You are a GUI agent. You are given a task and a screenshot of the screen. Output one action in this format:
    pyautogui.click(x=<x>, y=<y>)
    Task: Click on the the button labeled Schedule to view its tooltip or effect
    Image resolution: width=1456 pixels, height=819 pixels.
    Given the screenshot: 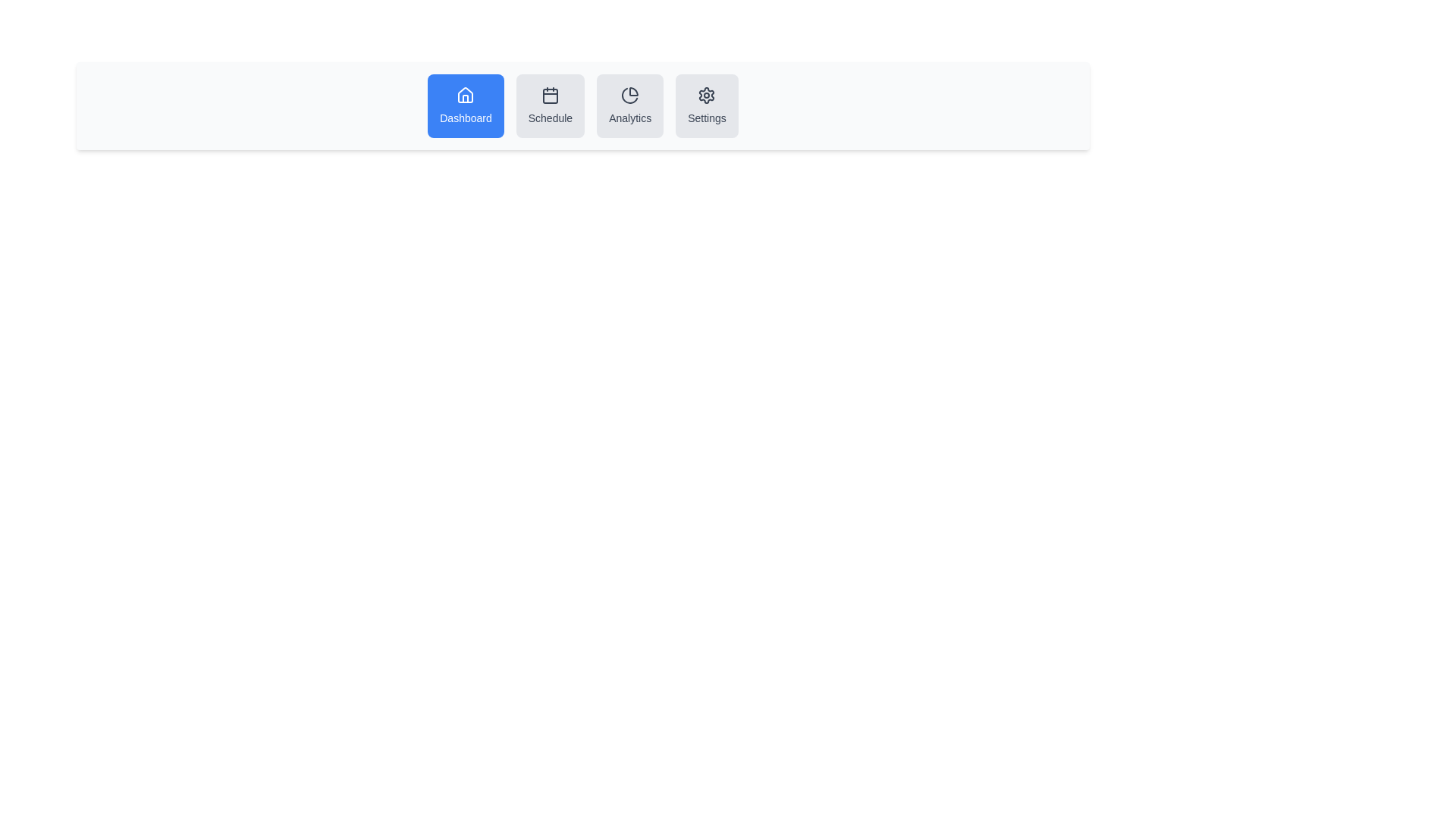 What is the action you would take?
    pyautogui.click(x=548, y=105)
    